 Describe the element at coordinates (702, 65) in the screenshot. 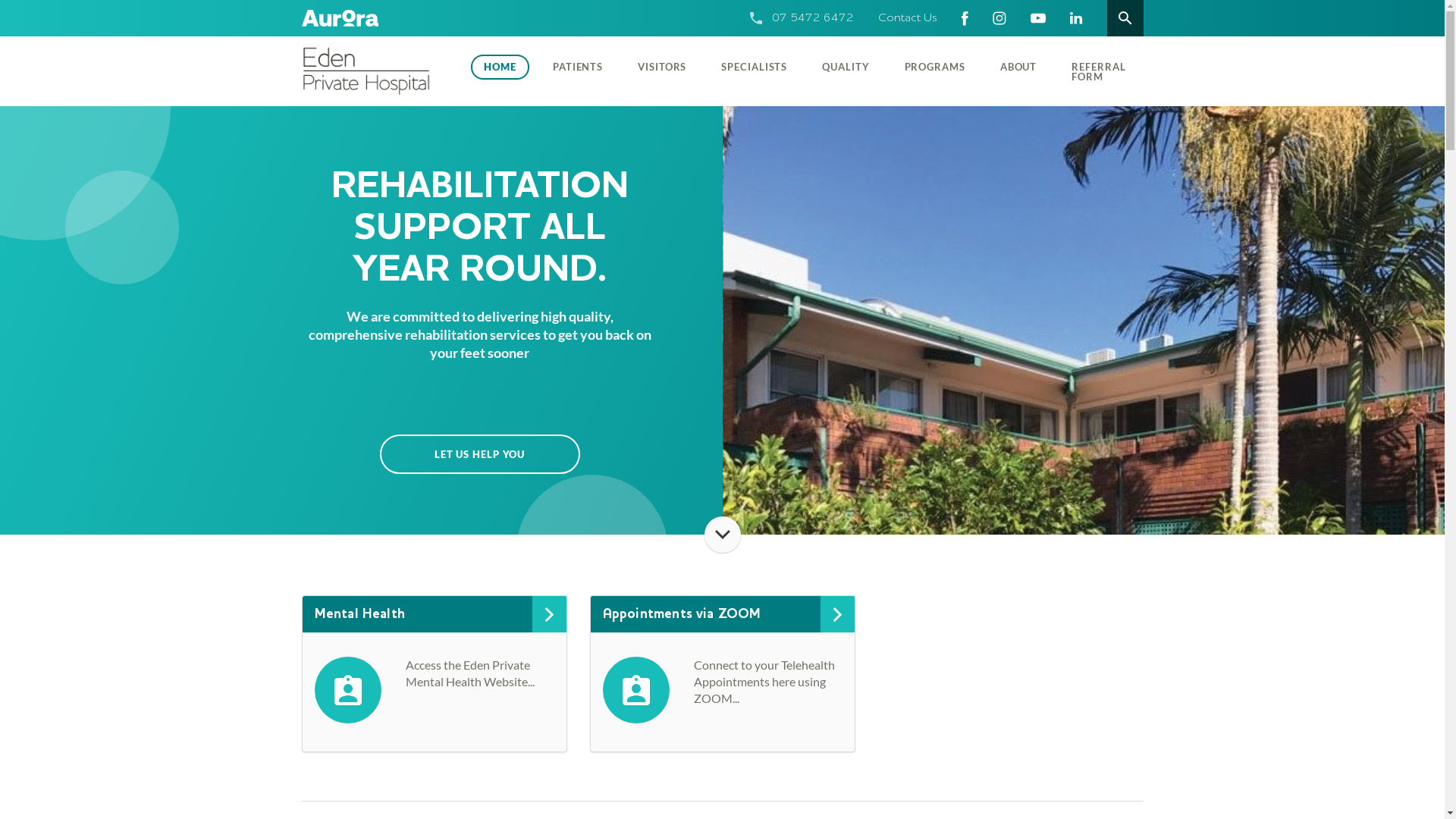

I see `'SPECIALISTS'` at that location.